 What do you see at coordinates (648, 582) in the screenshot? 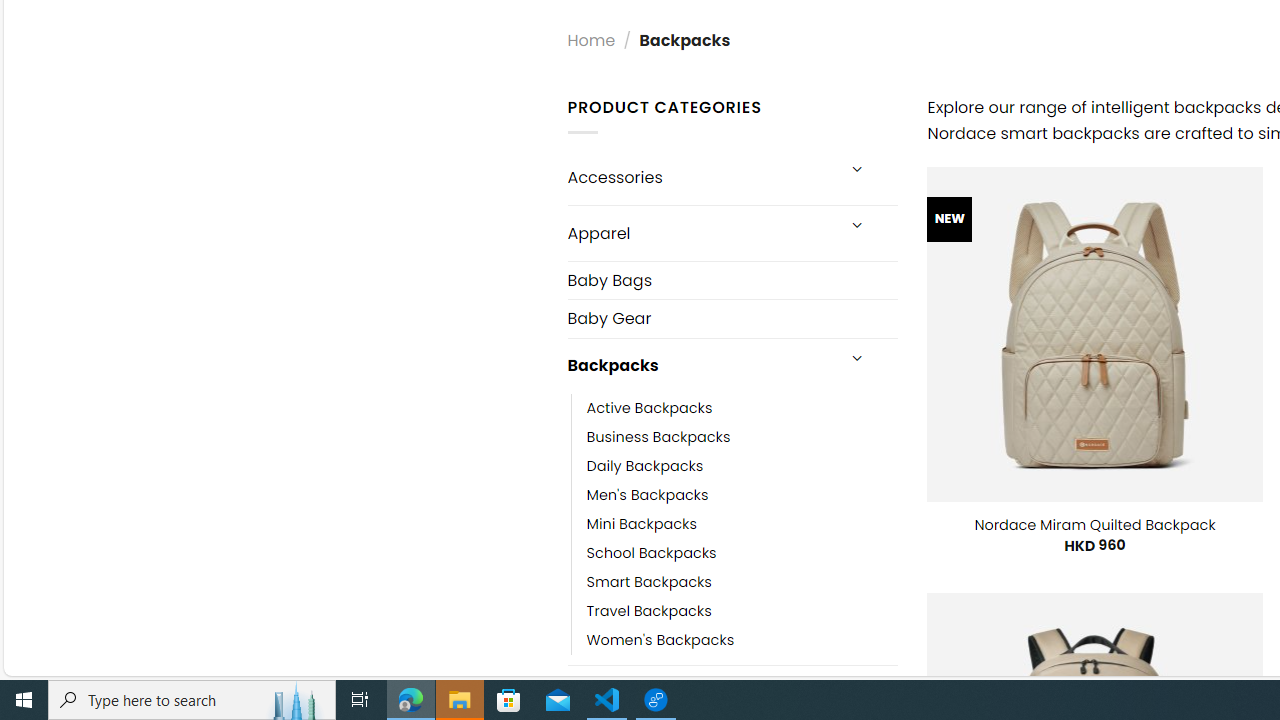
I see `'Smart Backpacks'` at bounding box center [648, 582].